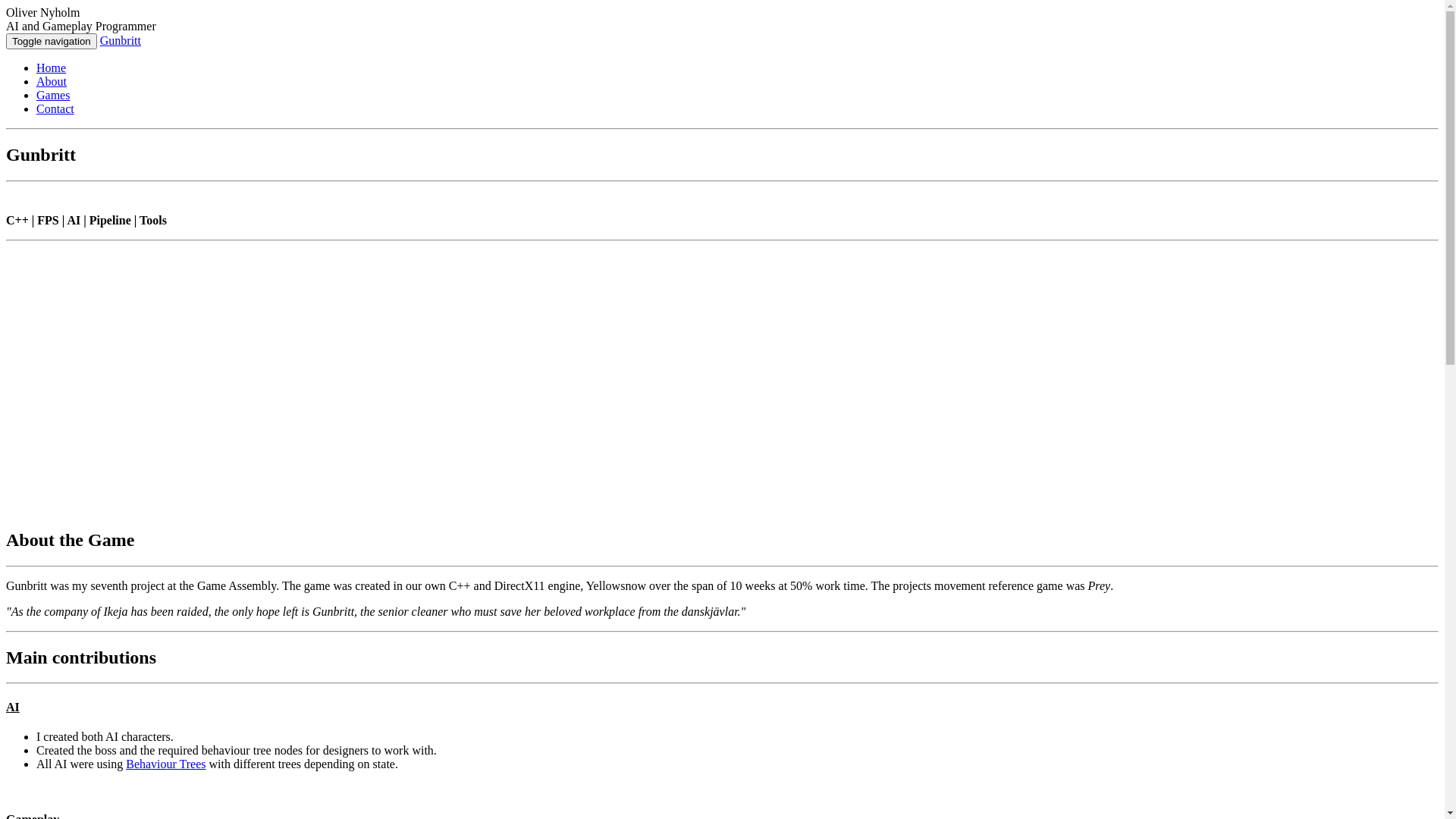 The image size is (1456, 819). What do you see at coordinates (55, 108) in the screenshot?
I see `'Contact'` at bounding box center [55, 108].